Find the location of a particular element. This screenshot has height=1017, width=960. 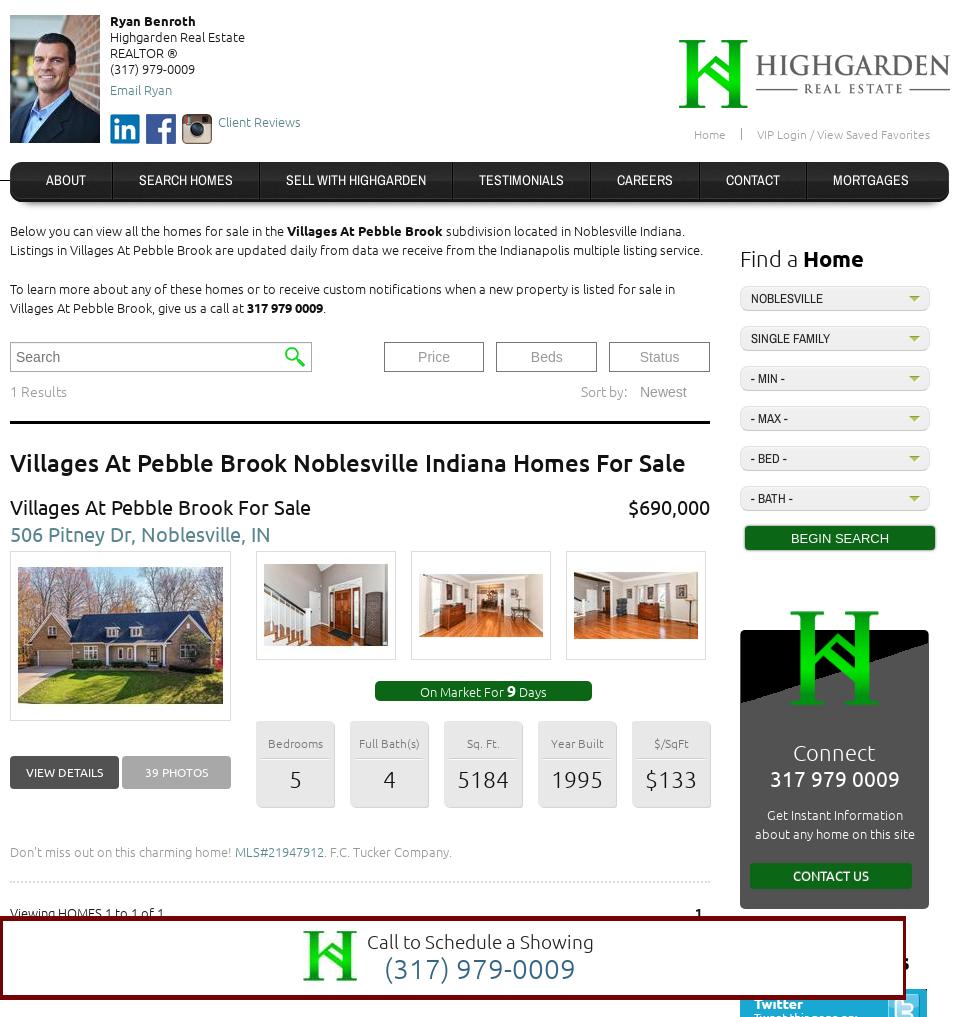

'Beds' is located at coordinates (529, 355).